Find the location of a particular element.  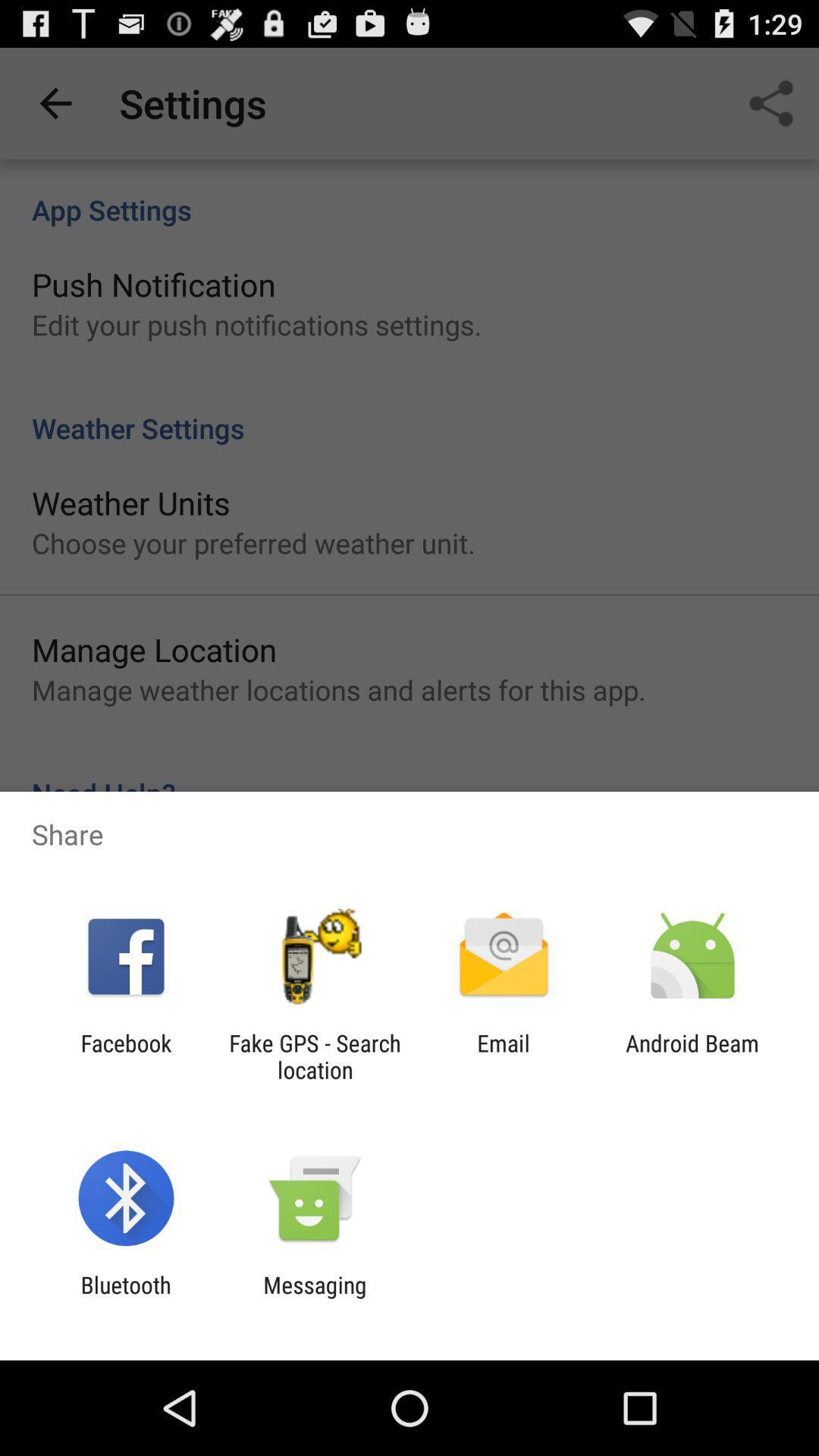

the icon next to the fake gps search icon is located at coordinates (504, 1056).